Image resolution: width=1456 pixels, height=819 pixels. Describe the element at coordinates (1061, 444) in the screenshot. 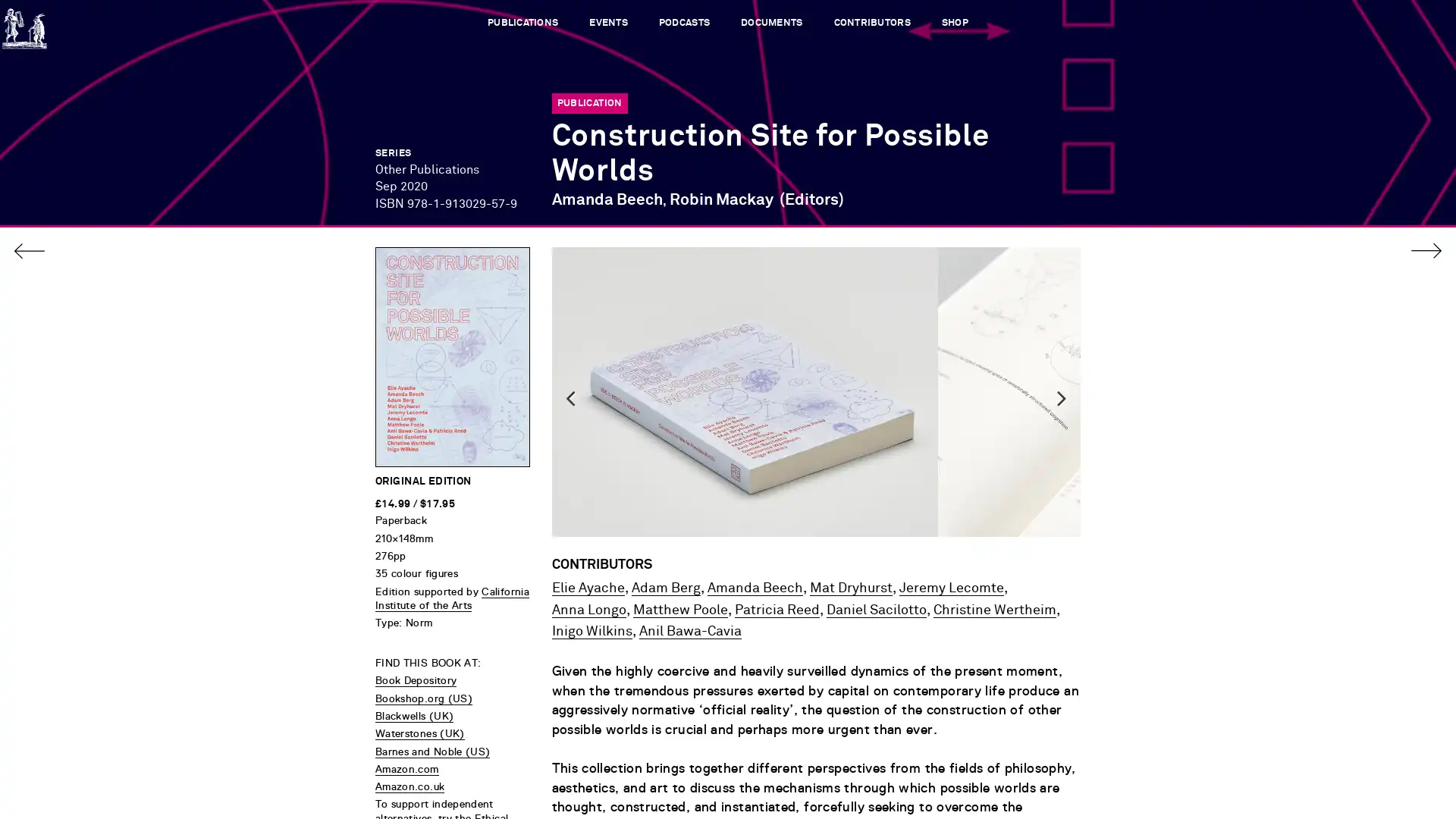

I see `Next` at that location.